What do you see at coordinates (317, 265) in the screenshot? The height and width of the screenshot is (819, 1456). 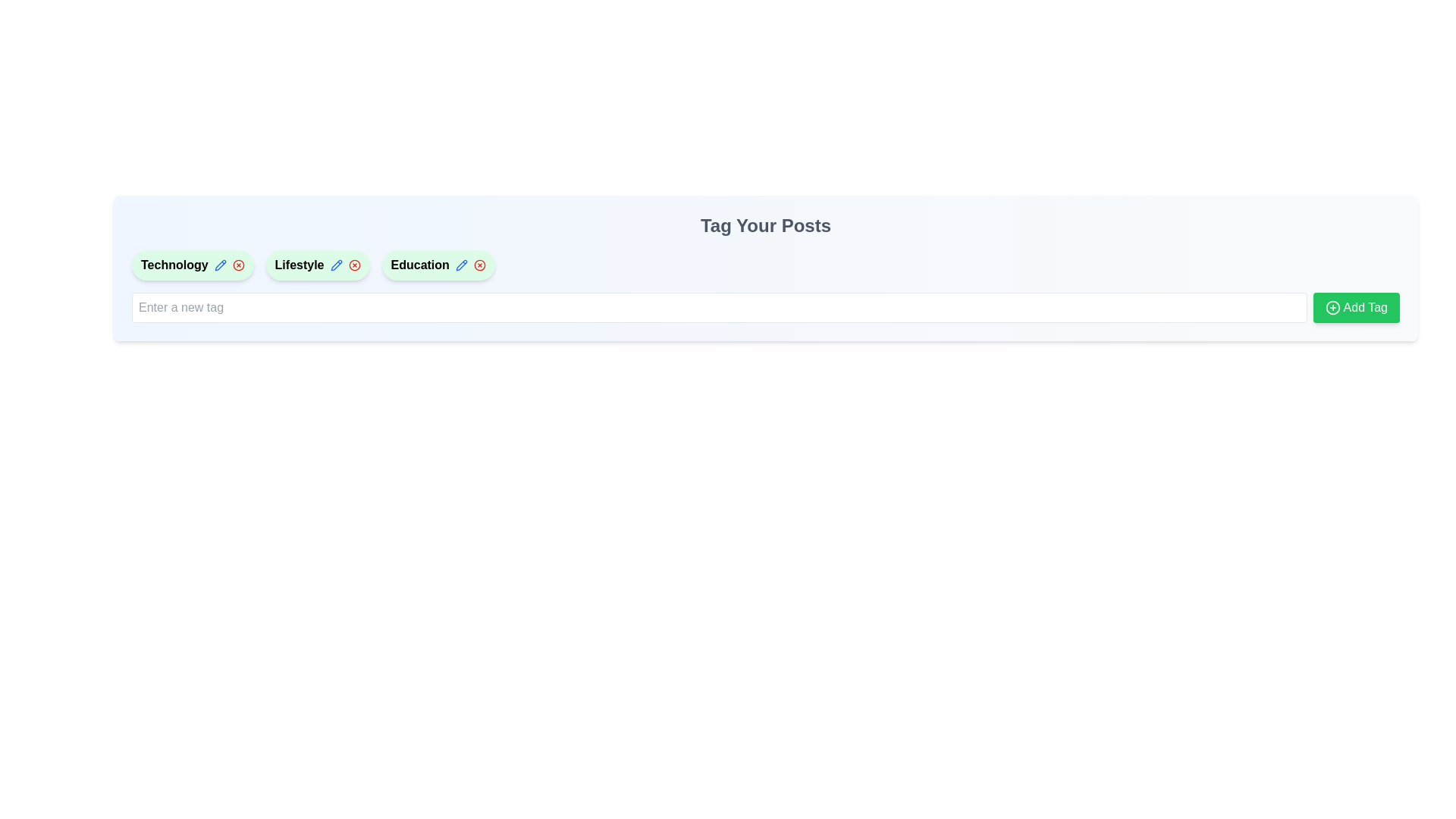 I see `the 'Lifestyle' tag button located between the 'Technology' and 'Education' tags under the header 'Tag Your Posts'` at bounding box center [317, 265].